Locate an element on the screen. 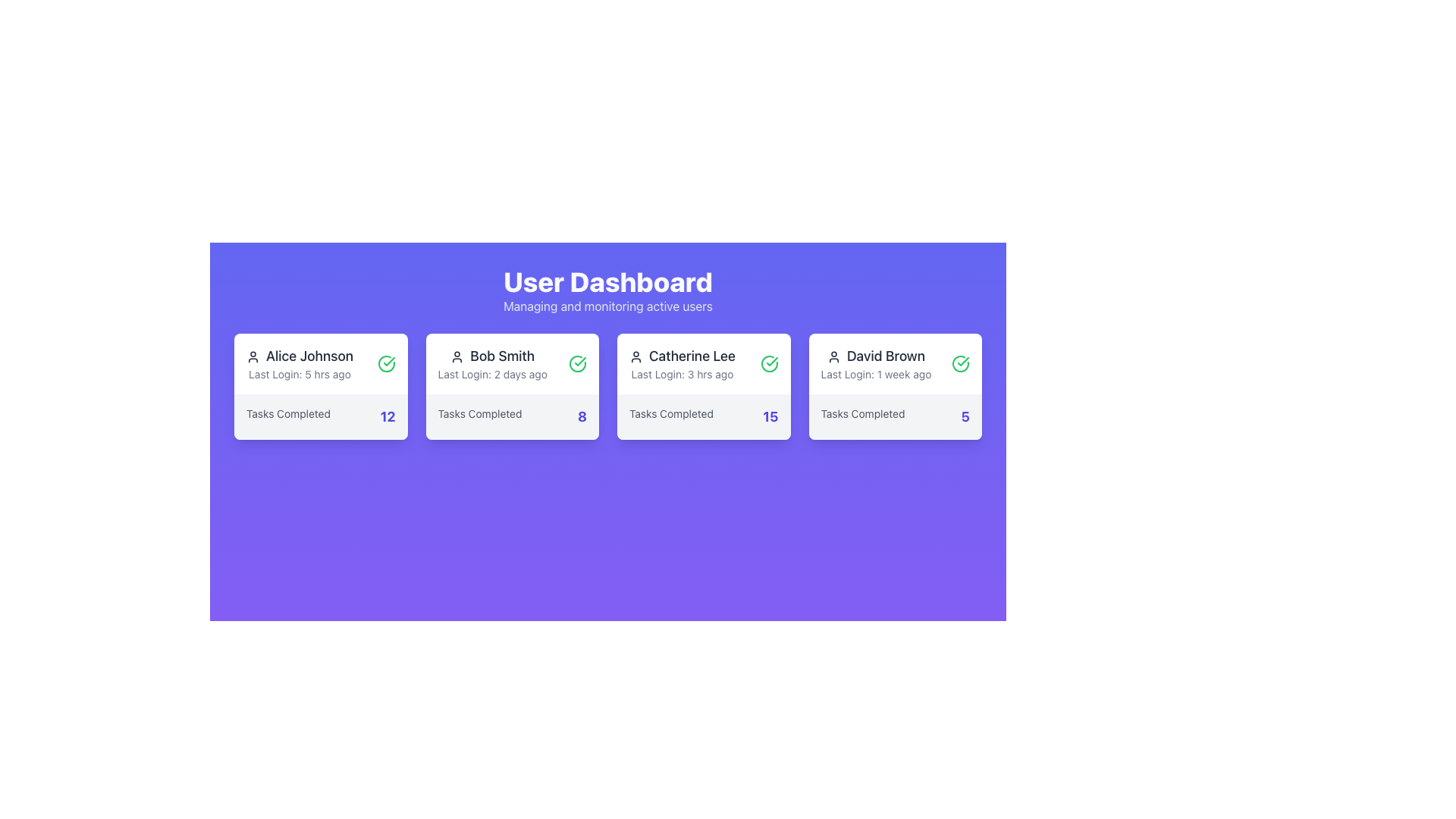  the status icon located in the top-right corner of the card labeled 'Catherine Lee', which indicates the user's availability or status is located at coordinates (769, 363).